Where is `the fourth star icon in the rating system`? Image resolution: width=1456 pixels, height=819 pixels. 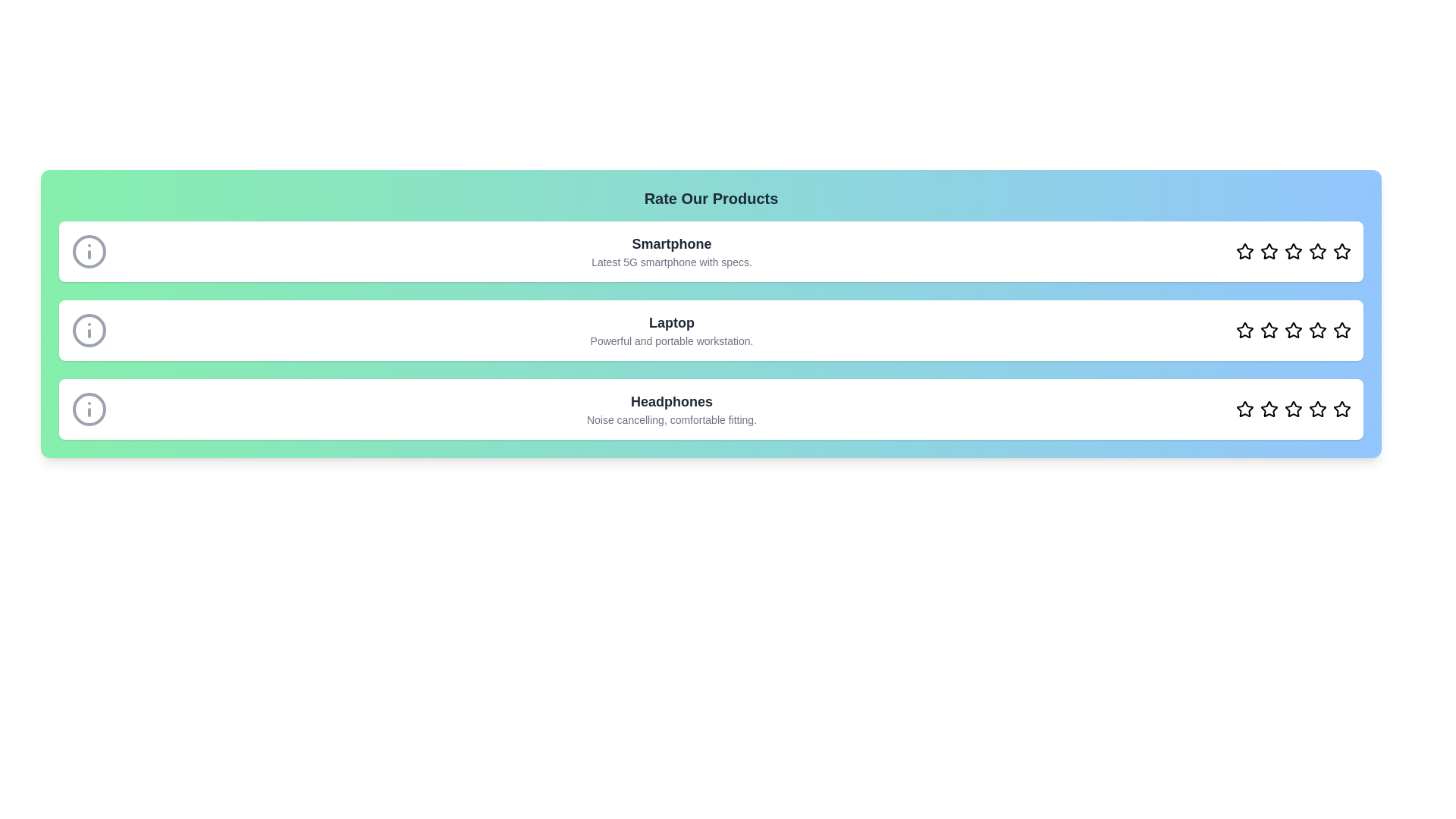 the fourth star icon in the rating system is located at coordinates (1292, 250).